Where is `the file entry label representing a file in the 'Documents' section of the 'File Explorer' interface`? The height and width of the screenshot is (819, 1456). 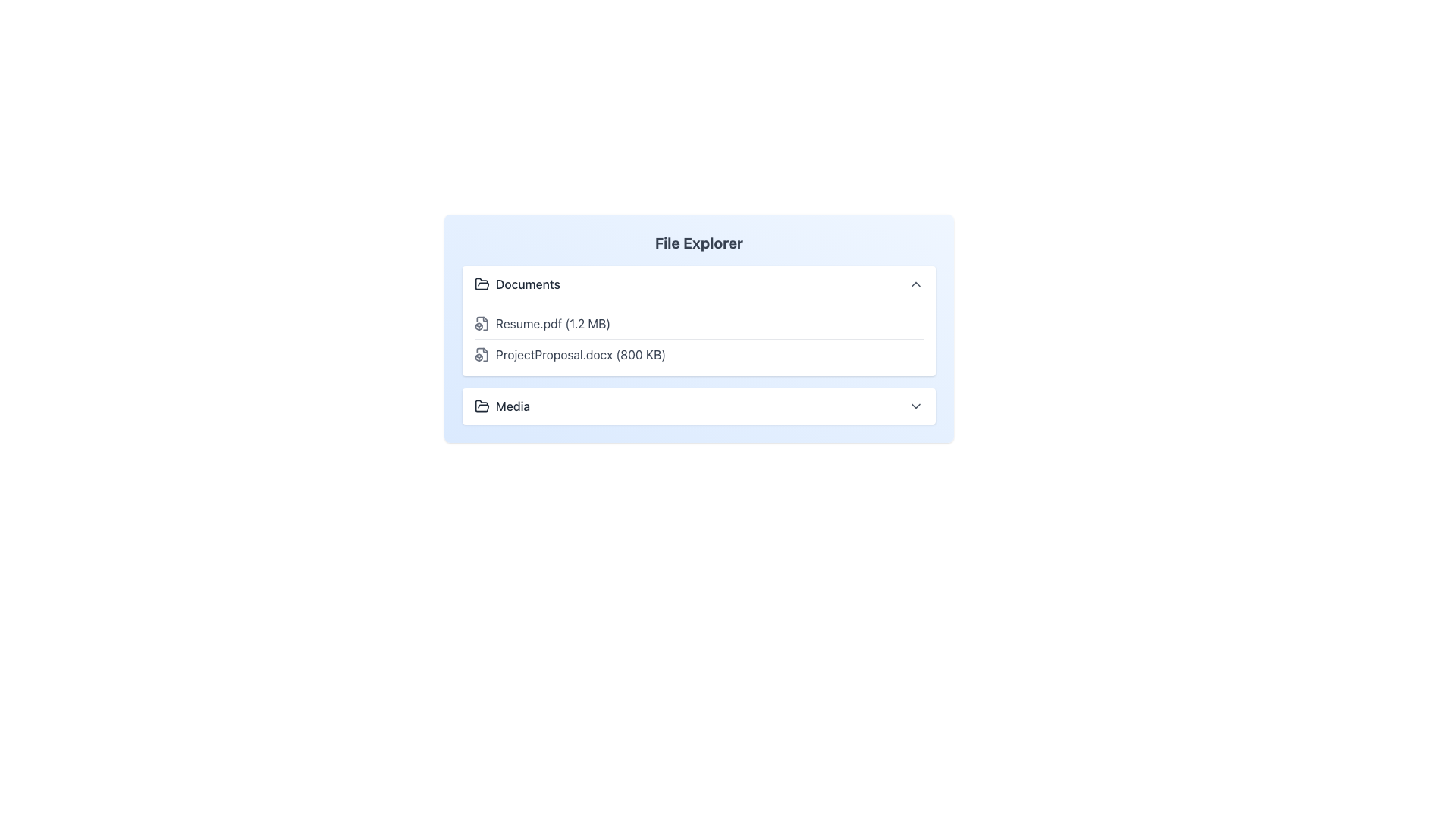 the file entry label representing a file in the 'Documents' section of the 'File Explorer' interface is located at coordinates (570, 354).